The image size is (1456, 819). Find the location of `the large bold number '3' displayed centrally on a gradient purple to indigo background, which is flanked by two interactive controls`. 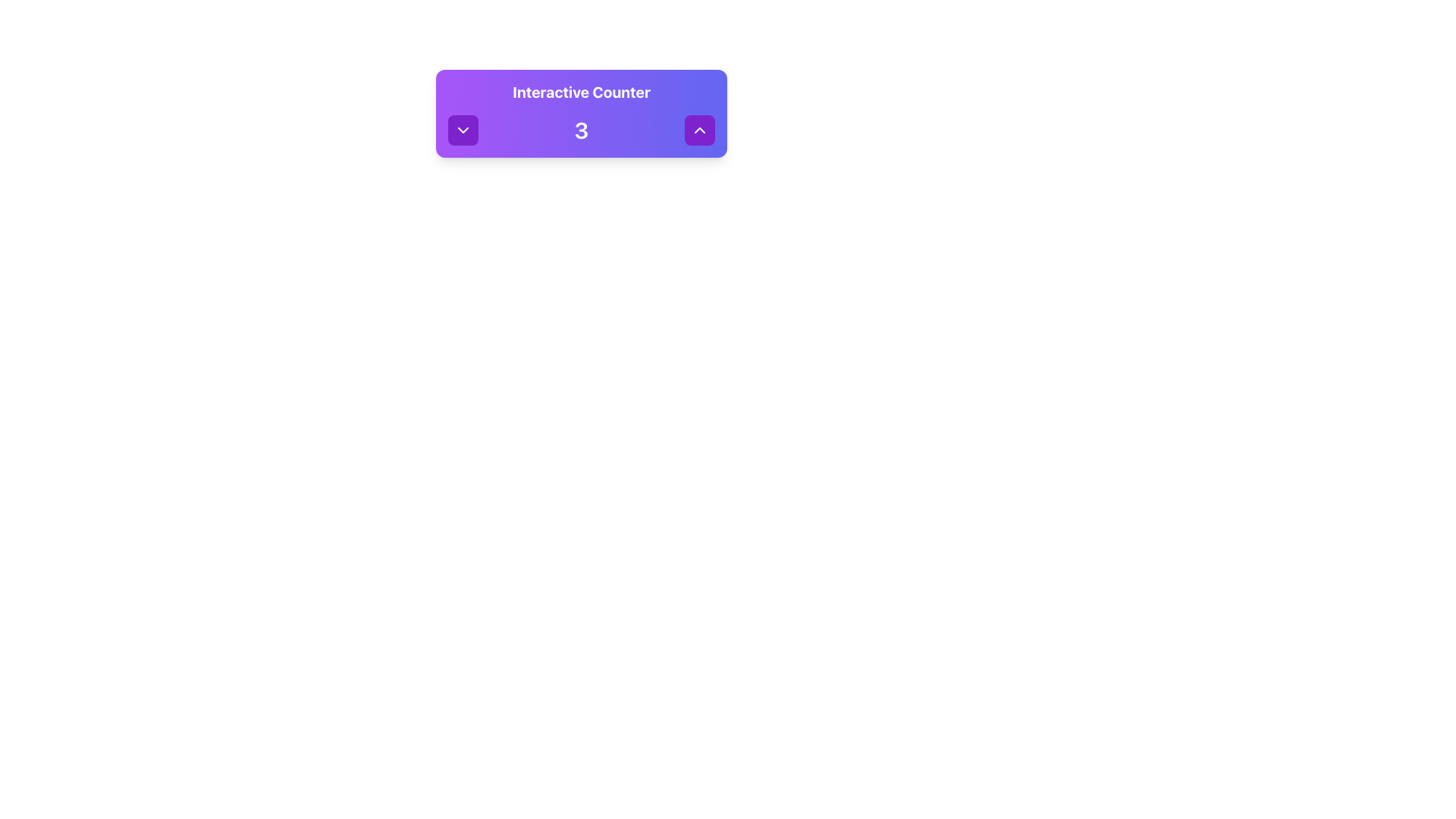

the large bold number '3' displayed centrally on a gradient purple to indigo background, which is flanked by two interactive controls is located at coordinates (581, 130).